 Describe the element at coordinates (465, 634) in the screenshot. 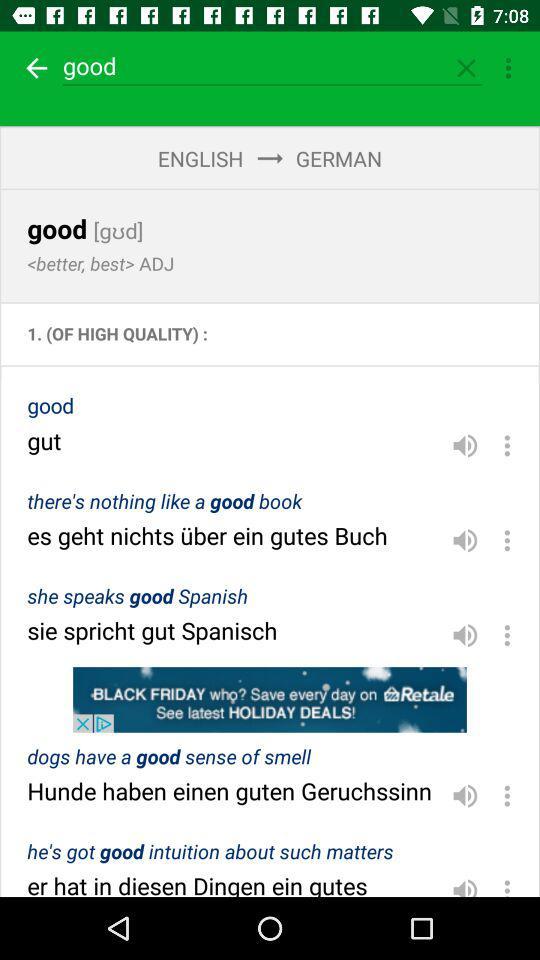

I see `volume button` at that location.